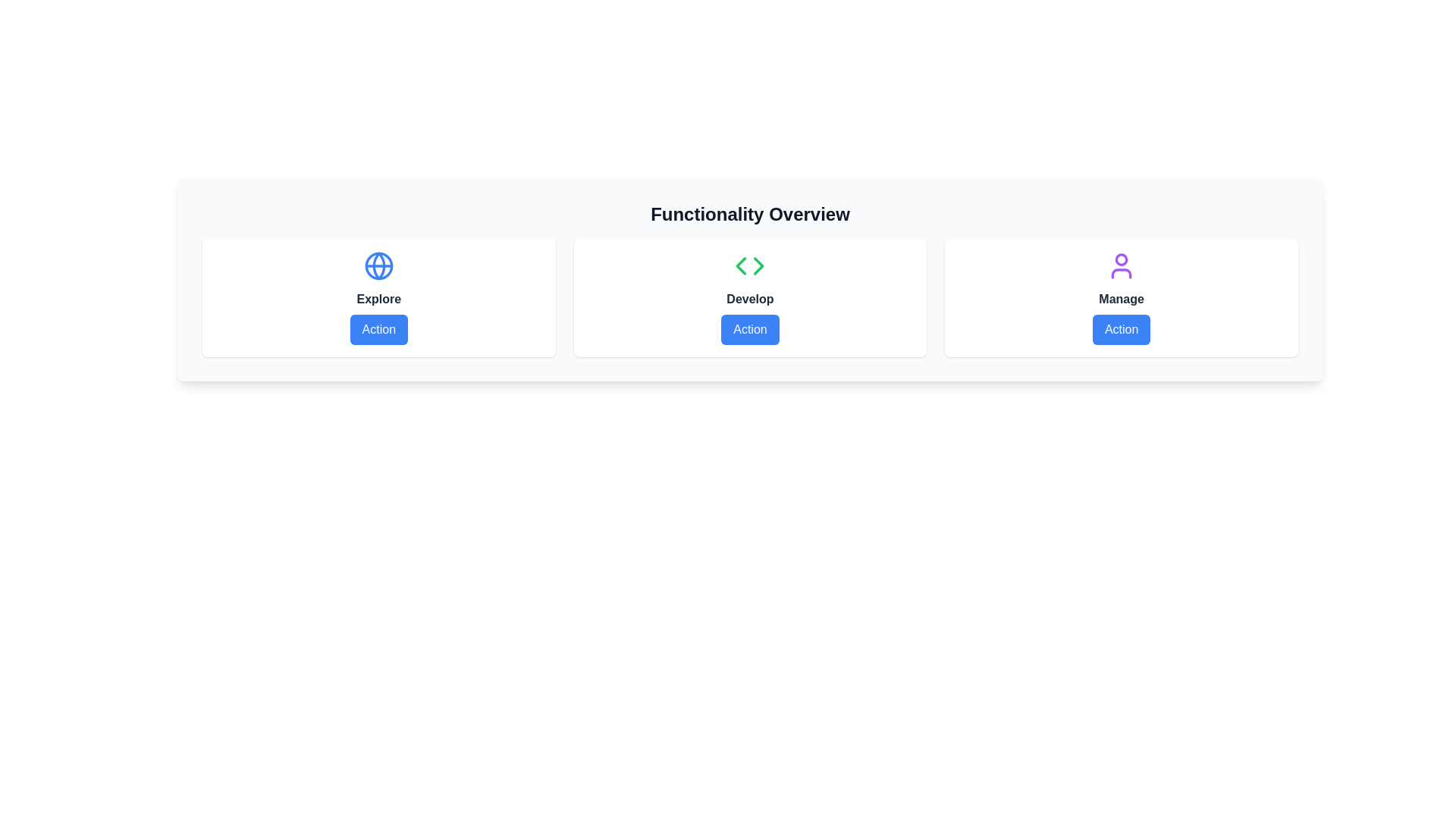  I want to click on the purple user icon with a thin outline and rounded features located at the top of the 'Manage' card, which is the third card in a set of three horizontally aligned cards, so click(1122, 265).